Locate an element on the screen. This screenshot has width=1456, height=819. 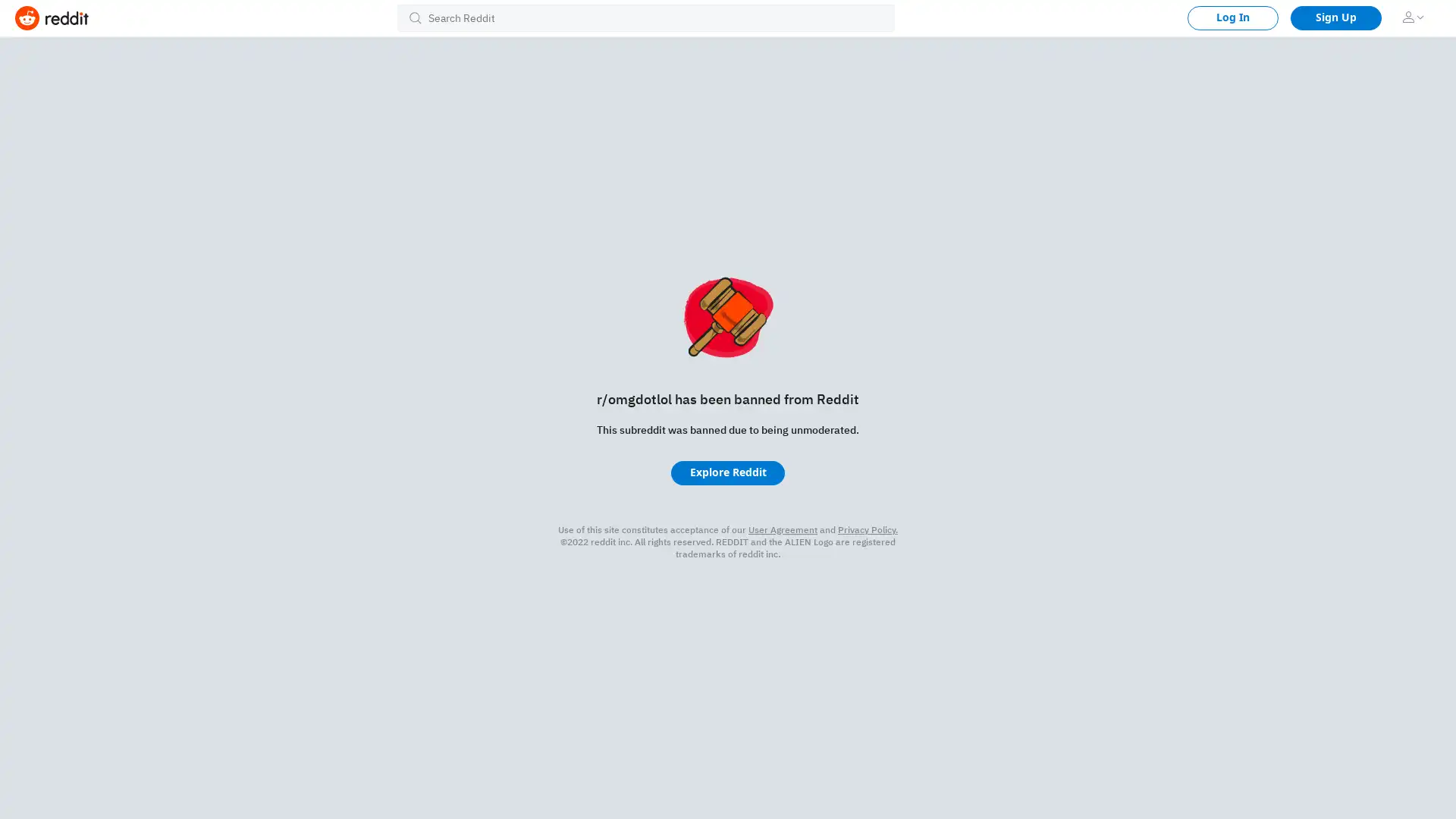
Explore Reddit is located at coordinates (728, 472).